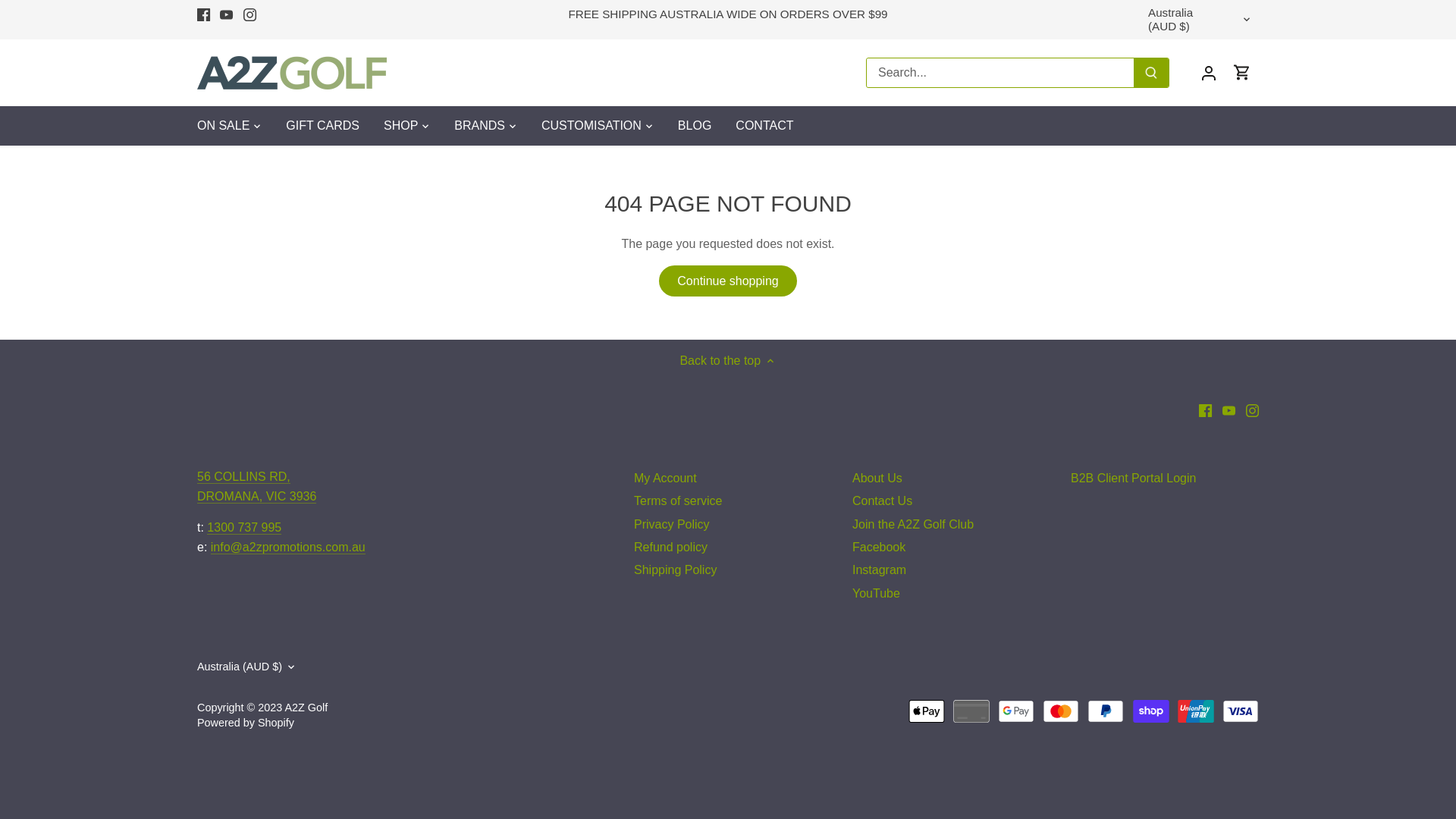 This screenshot has height=819, width=1456. I want to click on 'Powered by Shopify', so click(246, 721).